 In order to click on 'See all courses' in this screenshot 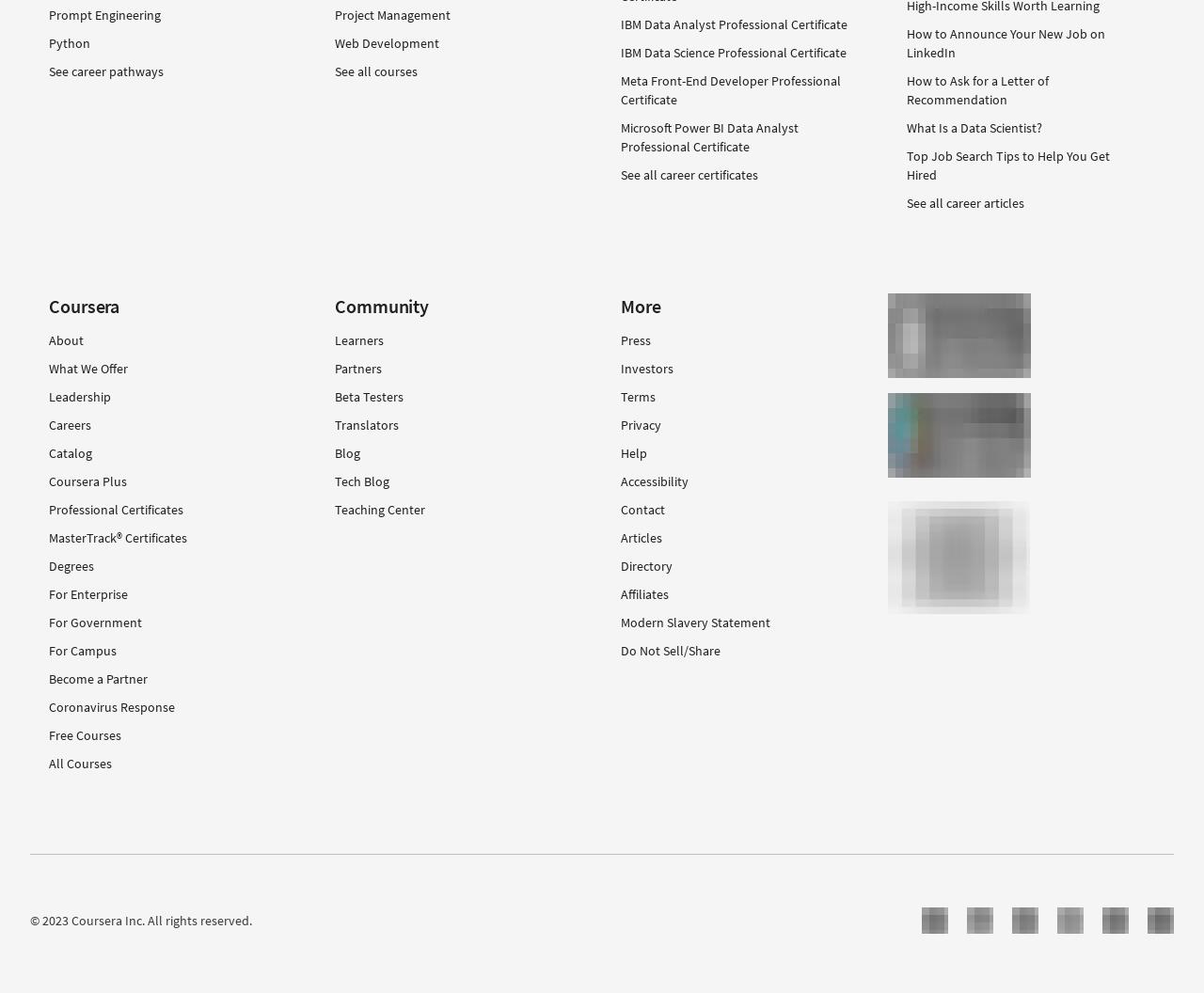, I will do `click(376, 69)`.